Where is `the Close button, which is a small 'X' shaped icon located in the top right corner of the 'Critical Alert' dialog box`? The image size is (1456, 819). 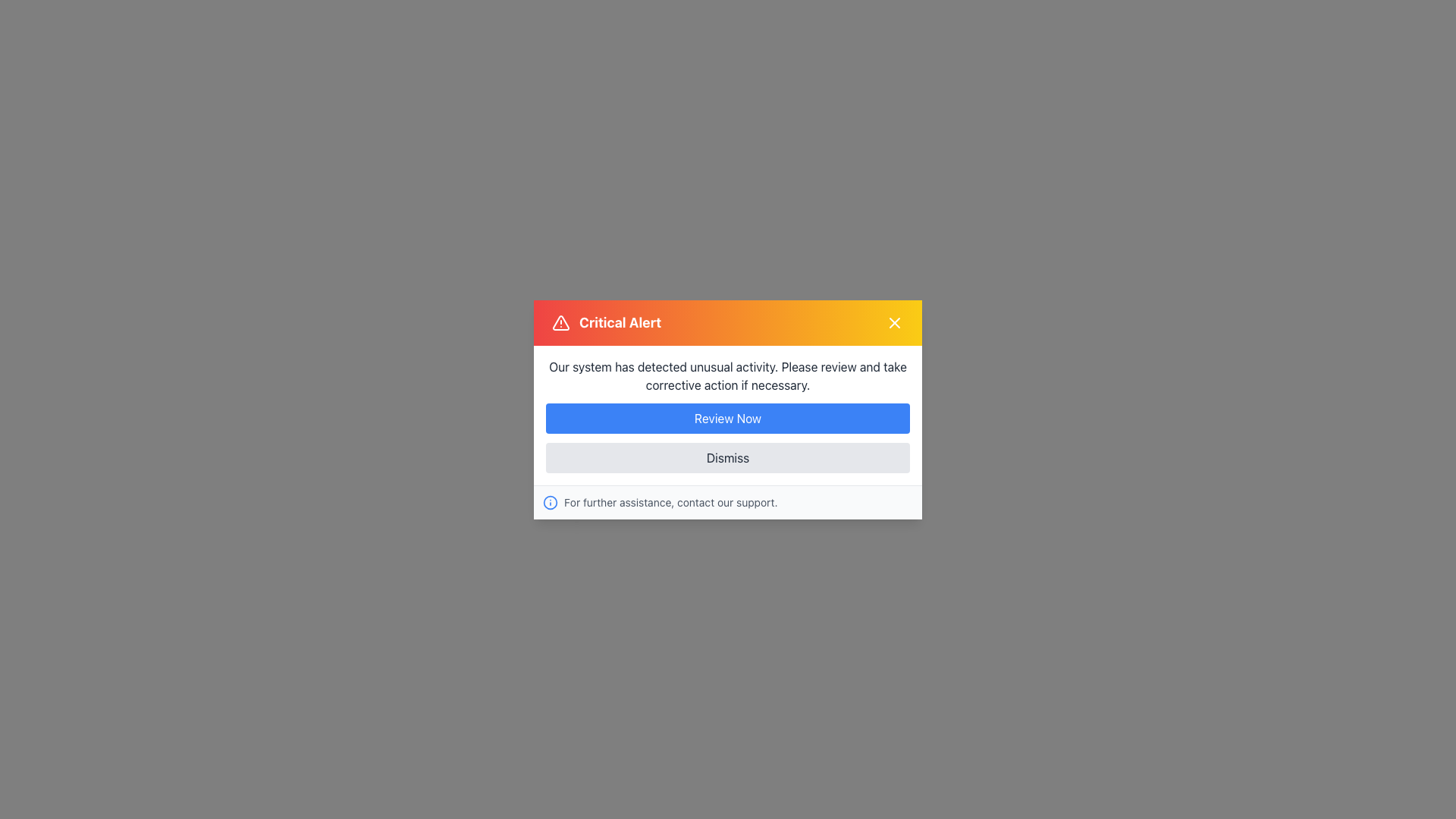 the Close button, which is a small 'X' shaped icon located in the top right corner of the 'Critical Alert' dialog box is located at coordinates (895, 321).